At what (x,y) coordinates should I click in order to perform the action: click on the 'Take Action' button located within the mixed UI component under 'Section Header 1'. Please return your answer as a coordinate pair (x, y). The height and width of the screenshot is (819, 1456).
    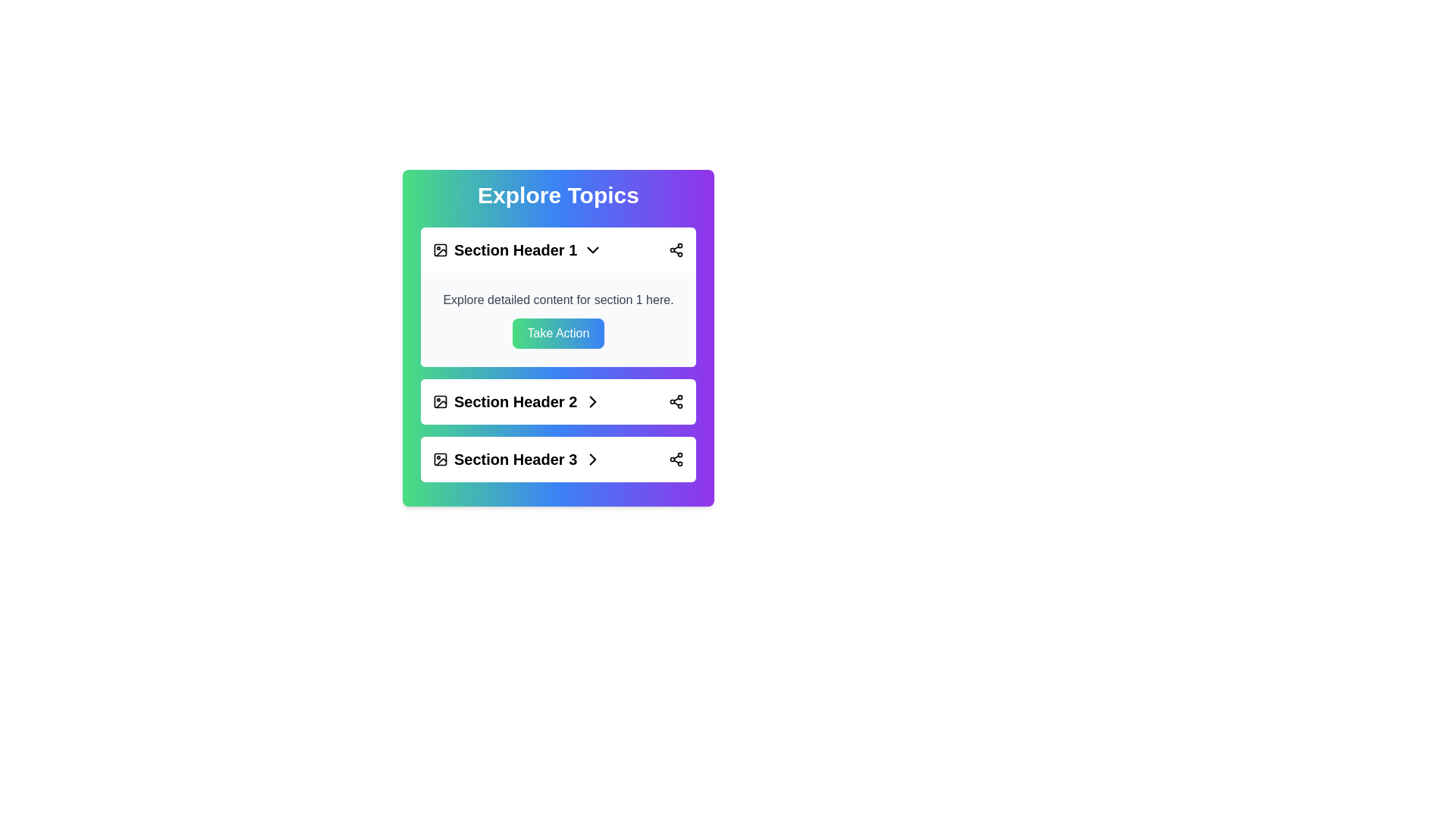
    Looking at the image, I should click on (557, 318).